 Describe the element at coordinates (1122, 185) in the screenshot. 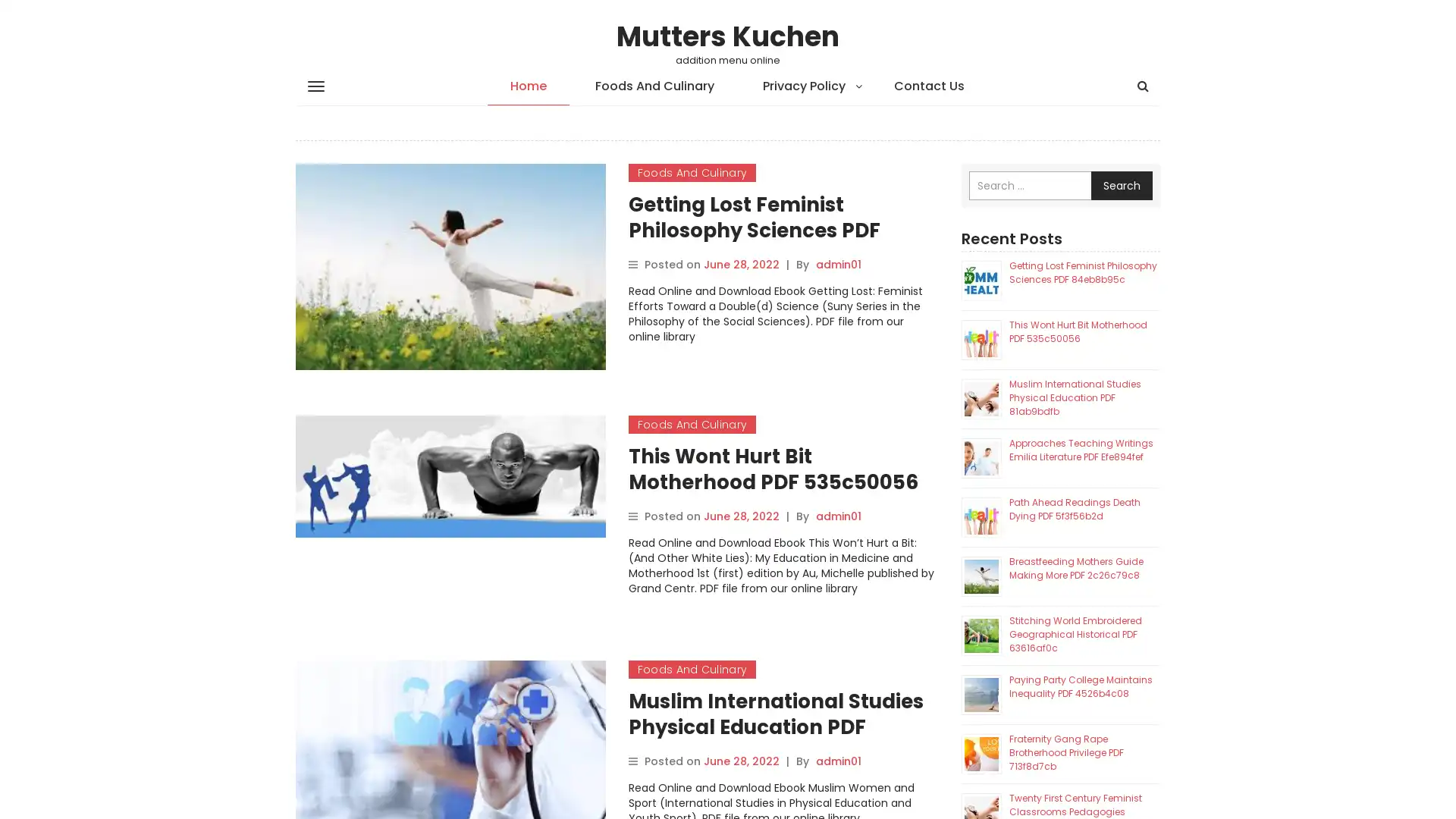

I see `Search` at that location.